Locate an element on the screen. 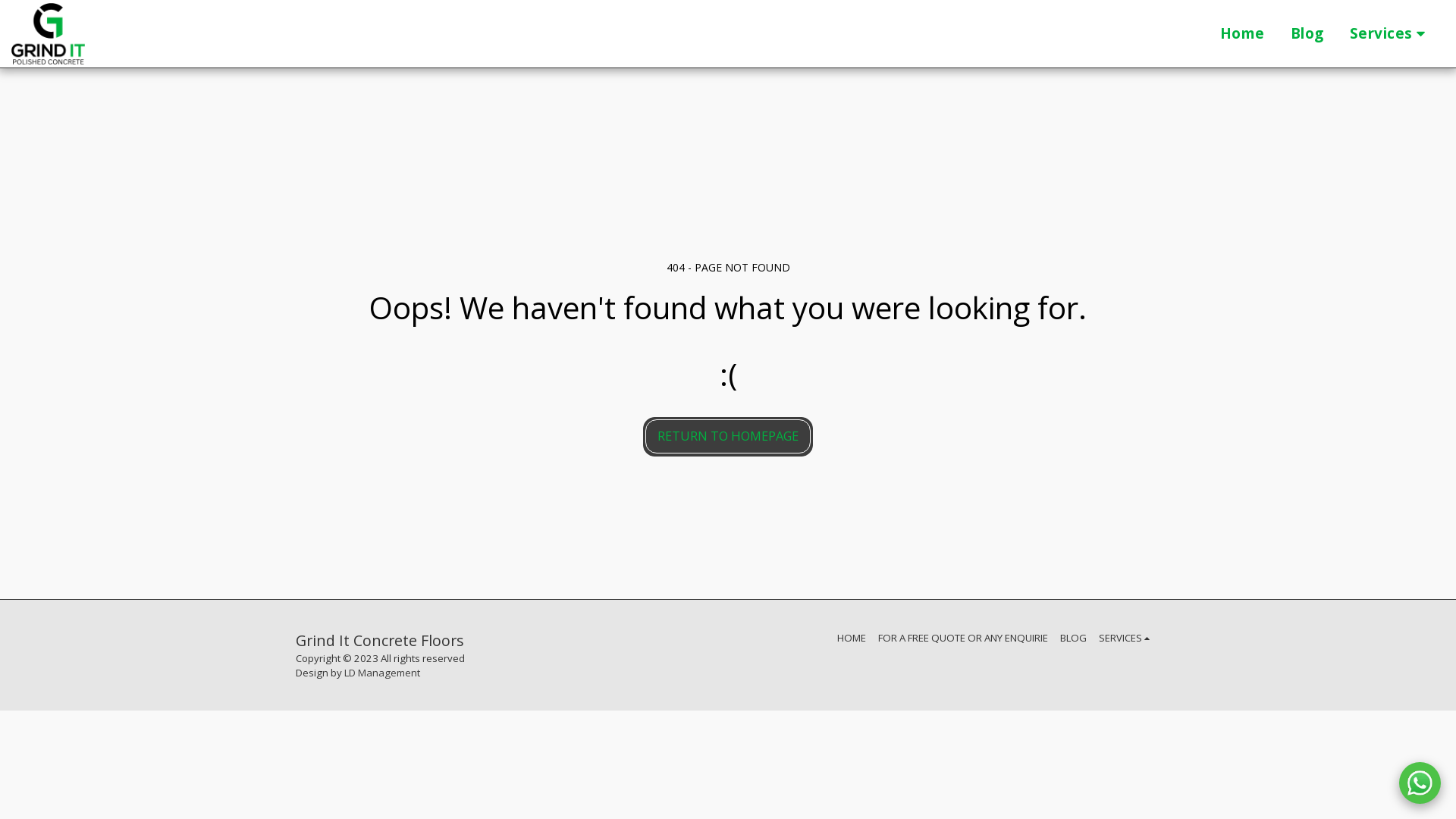 Image resolution: width=1456 pixels, height=819 pixels. 'HOME' is located at coordinates (852, 637).